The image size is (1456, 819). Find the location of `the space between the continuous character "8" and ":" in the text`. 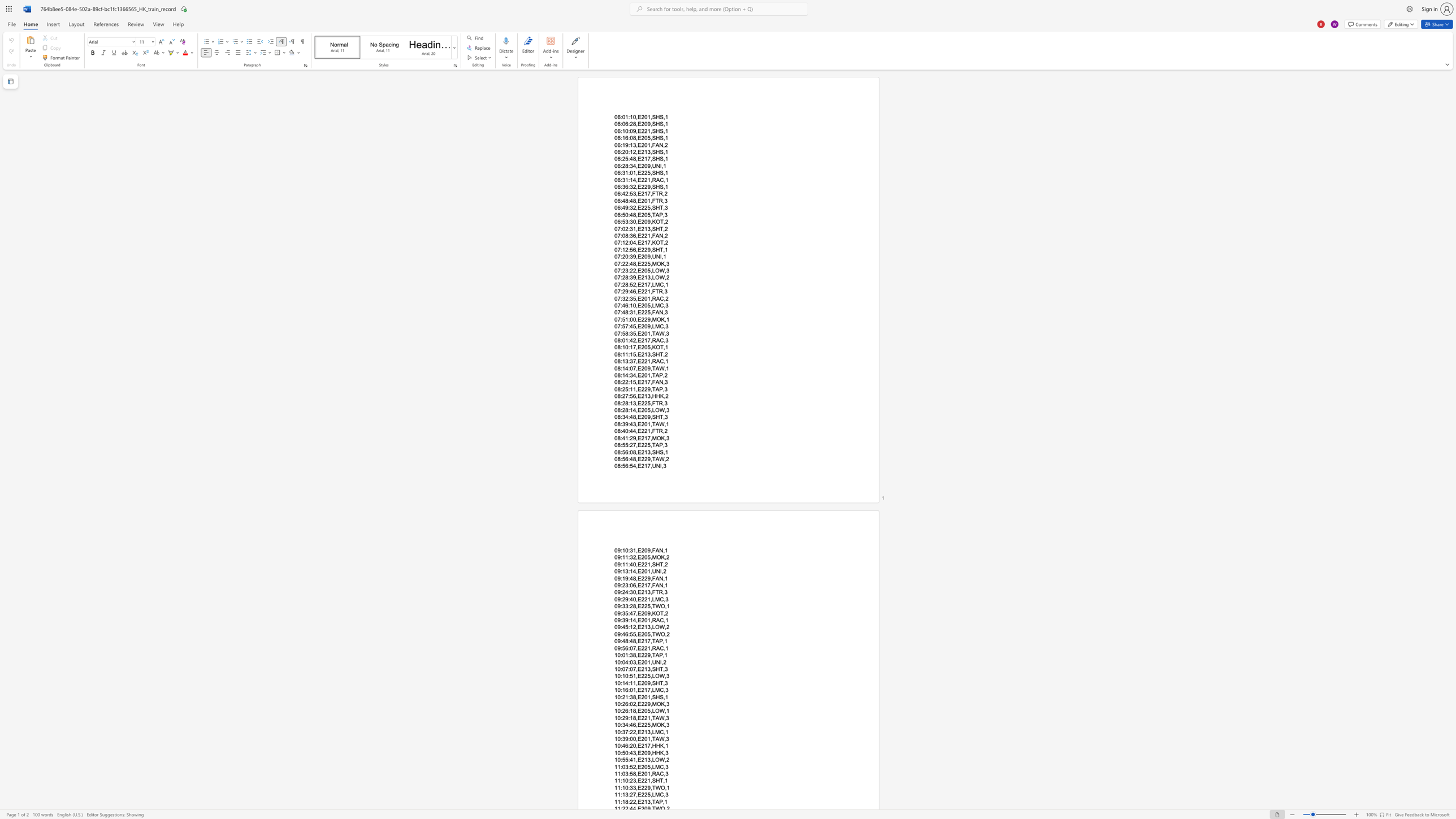

the space between the continuous character "8" and ":" in the text is located at coordinates (619, 445).